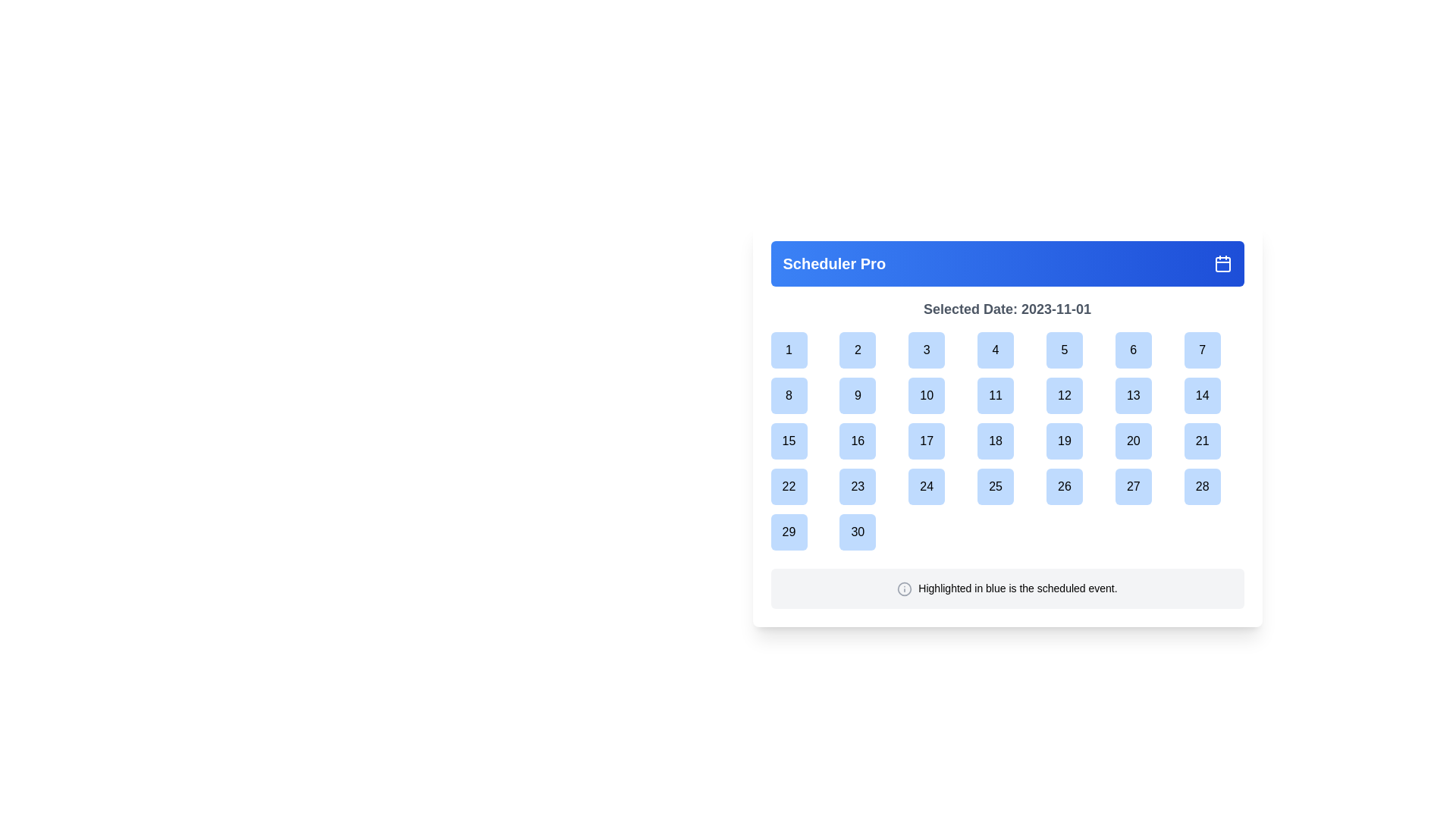 The image size is (1456, 819). What do you see at coordinates (1222, 262) in the screenshot?
I see `the calendar icon located at the top-right corner of the 'Scheduler Pro' header bar` at bounding box center [1222, 262].